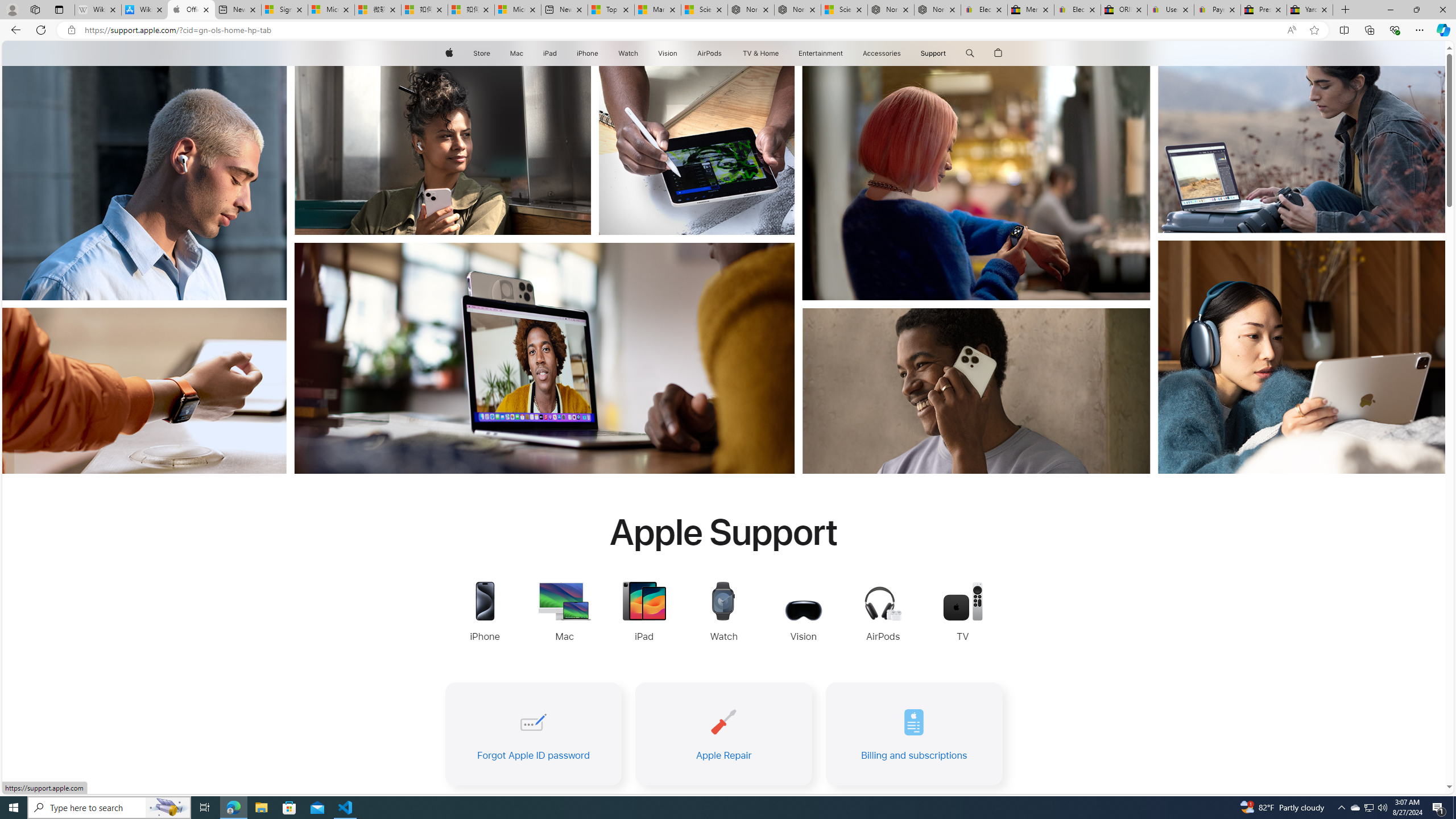 The height and width of the screenshot is (819, 1456). Describe the element at coordinates (723, 612) in the screenshot. I see `'Apple Watch Support'` at that location.